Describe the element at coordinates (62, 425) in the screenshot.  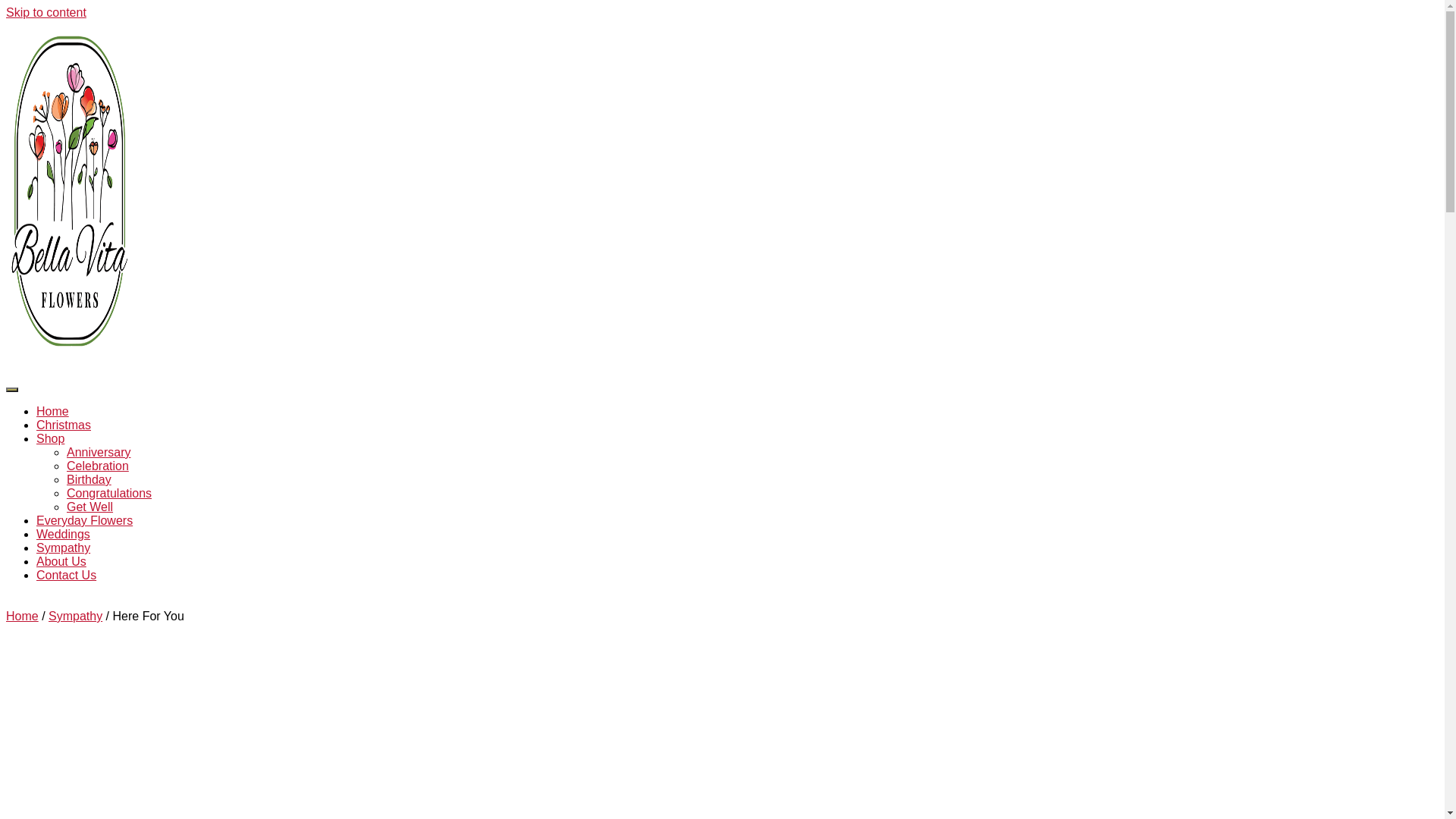
I see `'Christmas'` at that location.